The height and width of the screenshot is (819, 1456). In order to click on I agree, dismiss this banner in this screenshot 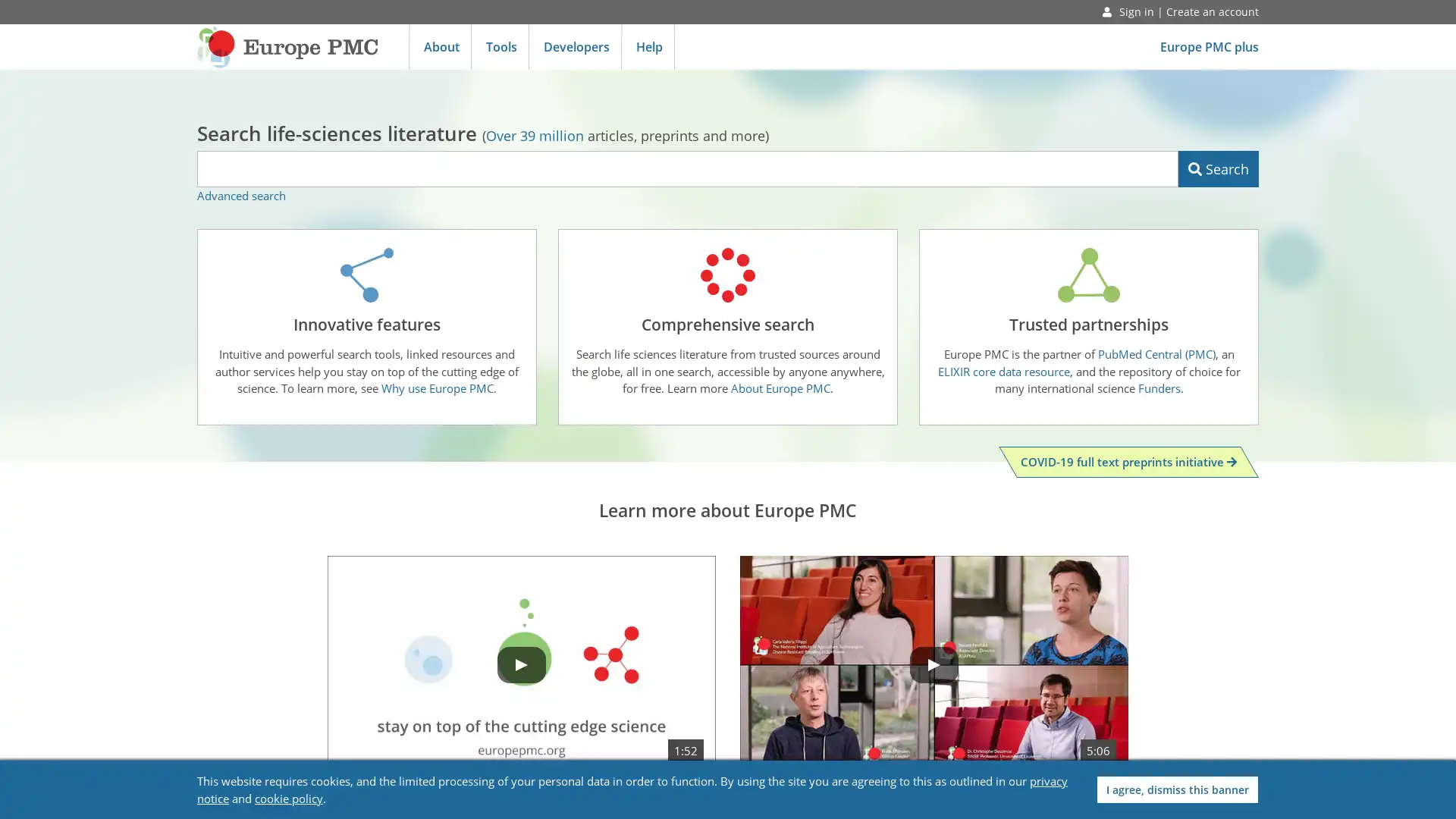, I will do `click(1177, 789)`.